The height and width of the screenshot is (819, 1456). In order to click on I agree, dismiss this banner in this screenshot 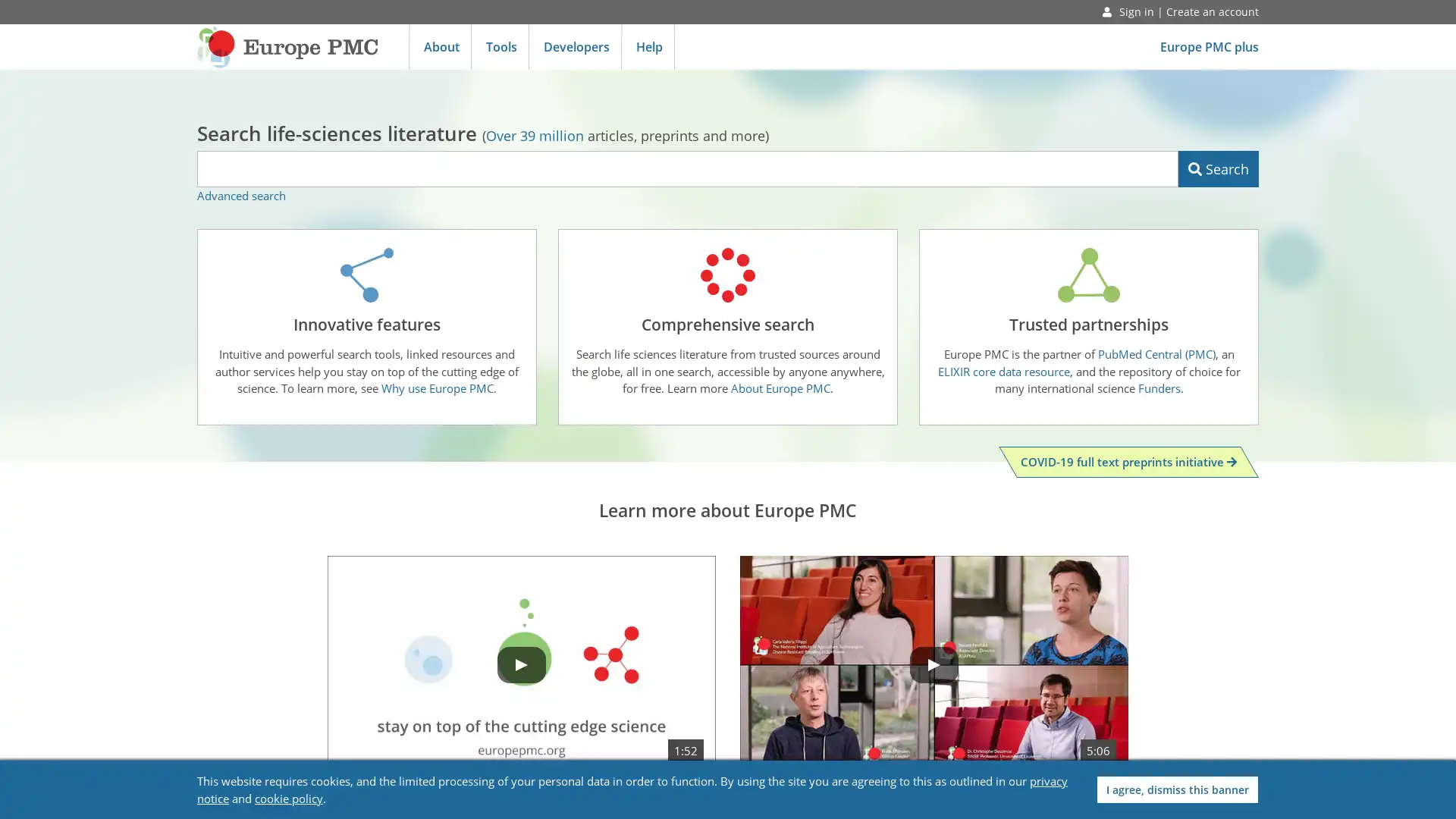, I will do `click(1177, 789)`.